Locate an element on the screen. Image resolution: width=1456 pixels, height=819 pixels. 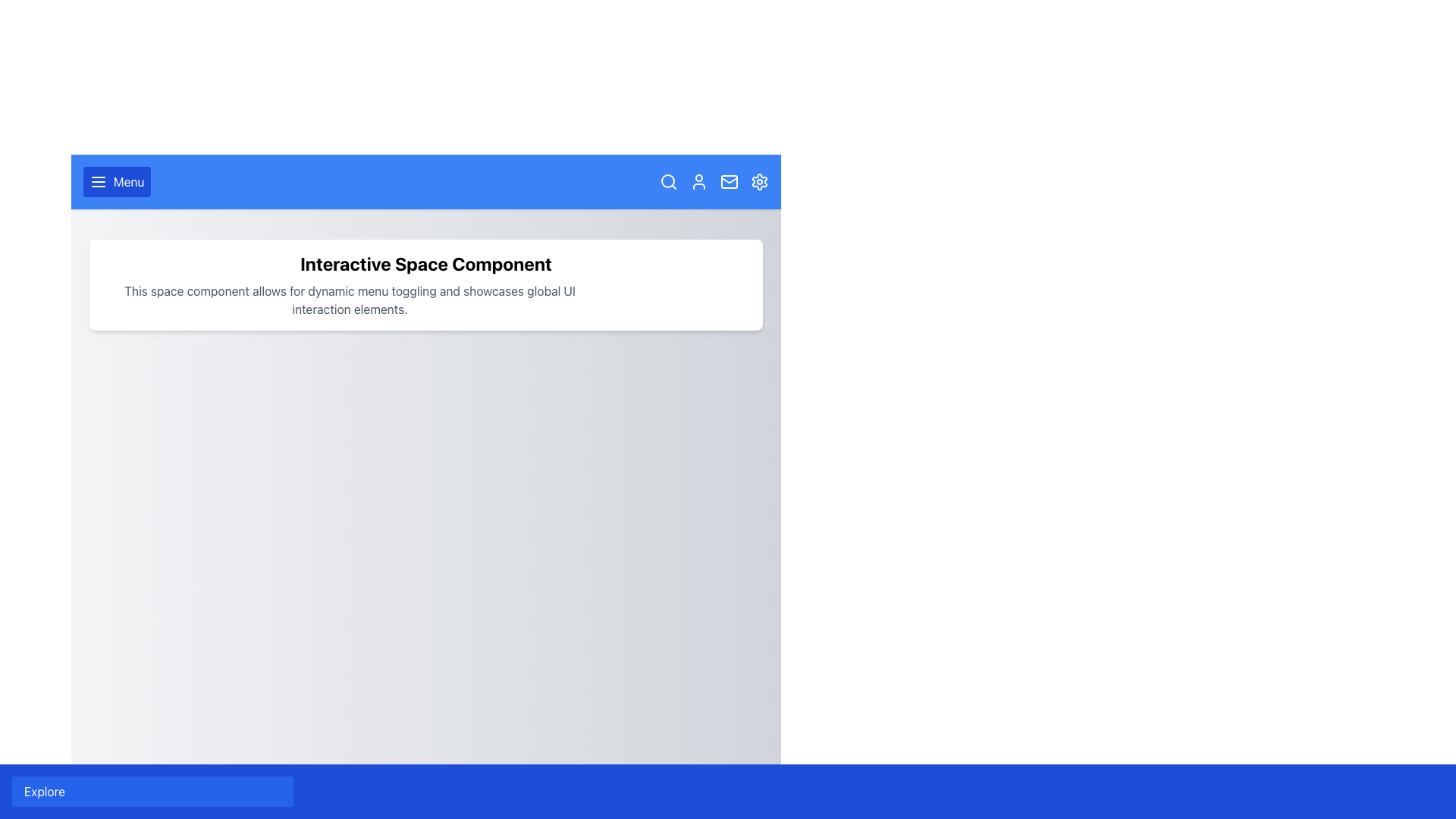
the settings icon button located in the top-right corner of the interface is located at coordinates (760, 180).